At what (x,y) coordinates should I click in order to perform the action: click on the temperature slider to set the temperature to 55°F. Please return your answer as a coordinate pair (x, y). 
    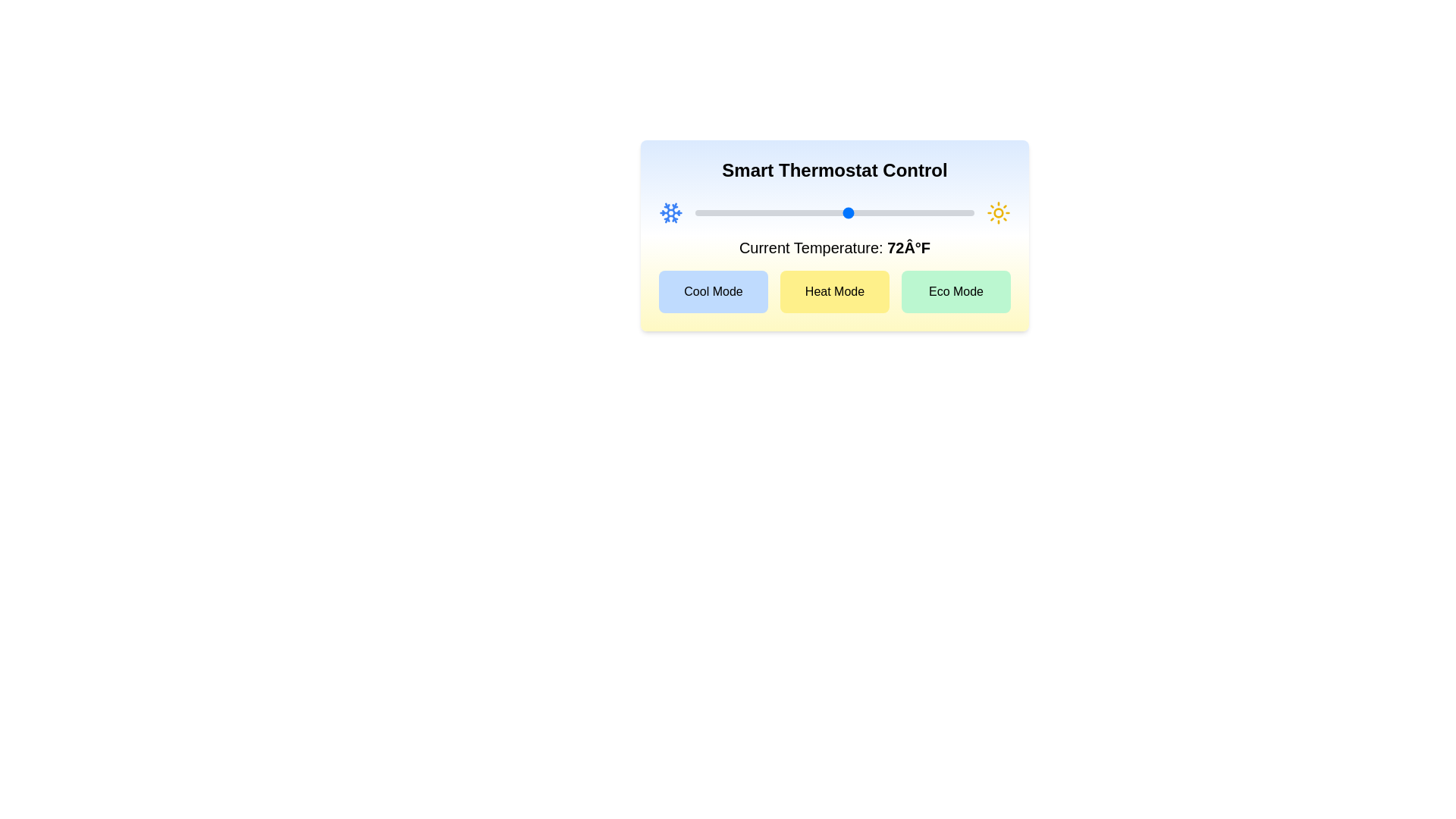
    Looking at the image, I should click on (730, 213).